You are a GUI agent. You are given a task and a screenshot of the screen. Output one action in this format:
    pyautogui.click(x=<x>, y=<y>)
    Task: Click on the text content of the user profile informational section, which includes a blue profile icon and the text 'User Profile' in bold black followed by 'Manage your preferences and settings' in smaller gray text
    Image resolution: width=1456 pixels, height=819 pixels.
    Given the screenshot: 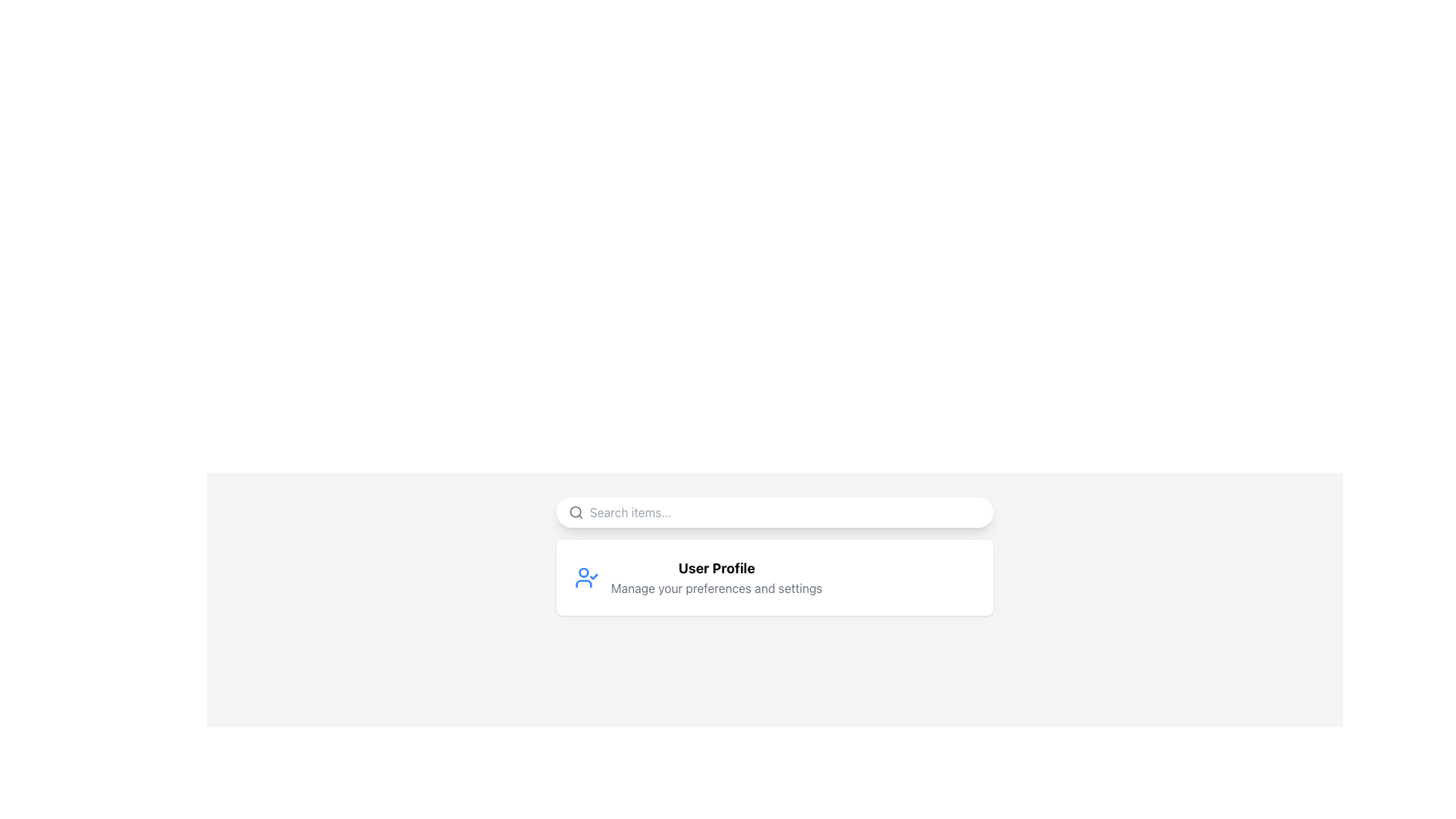 What is the action you would take?
    pyautogui.click(x=775, y=578)
    